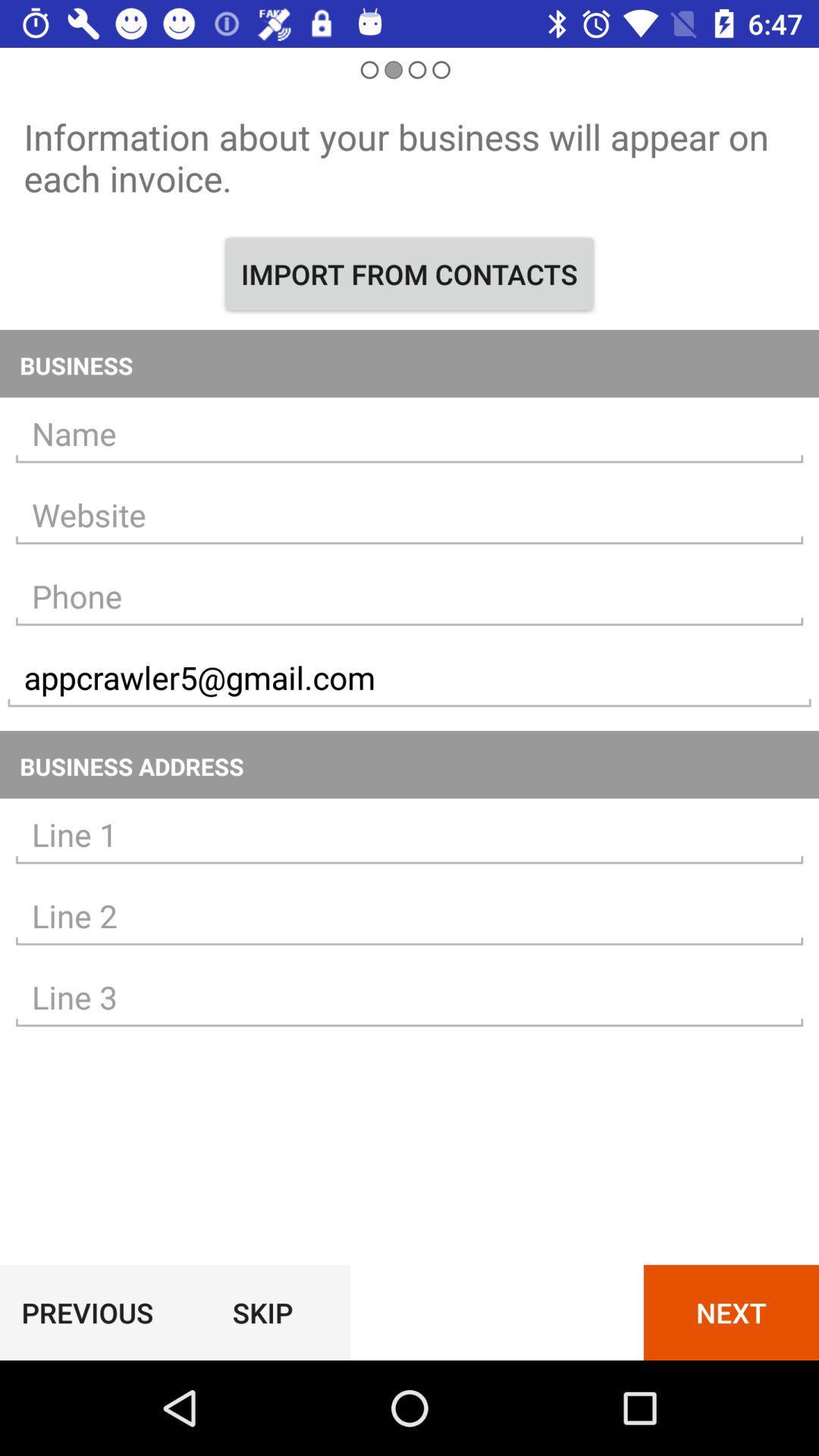 Image resolution: width=819 pixels, height=1456 pixels. Describe the element at coordinates (409, 274) in the screenshot. I see `the import from contacts icon` at that location.